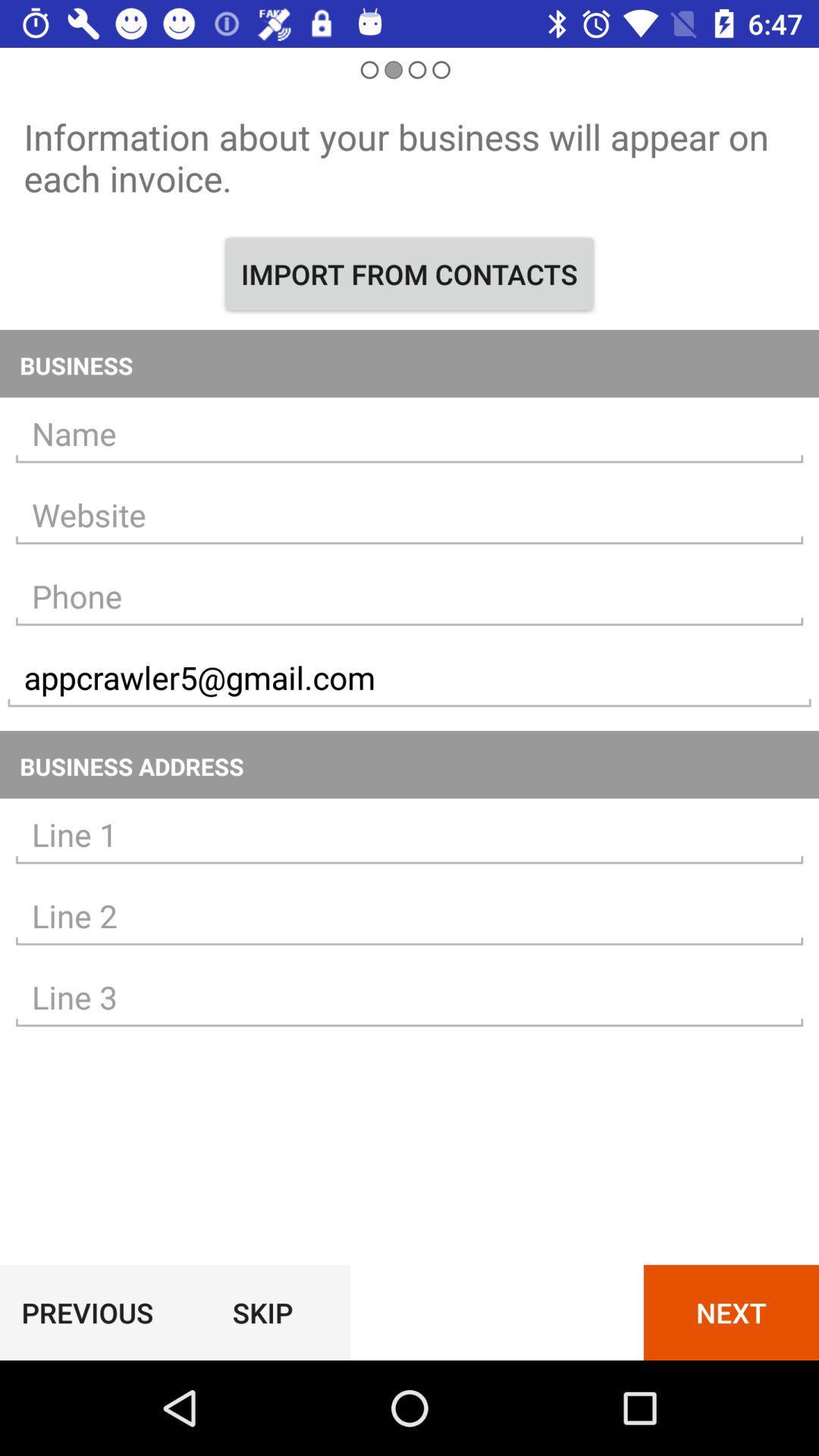 Image resolution: width=819 pixels, height=1456 pixels. Describe the element at coordinates (409, 274) in the screenshot. I see `the import from contacts icon` at that location.